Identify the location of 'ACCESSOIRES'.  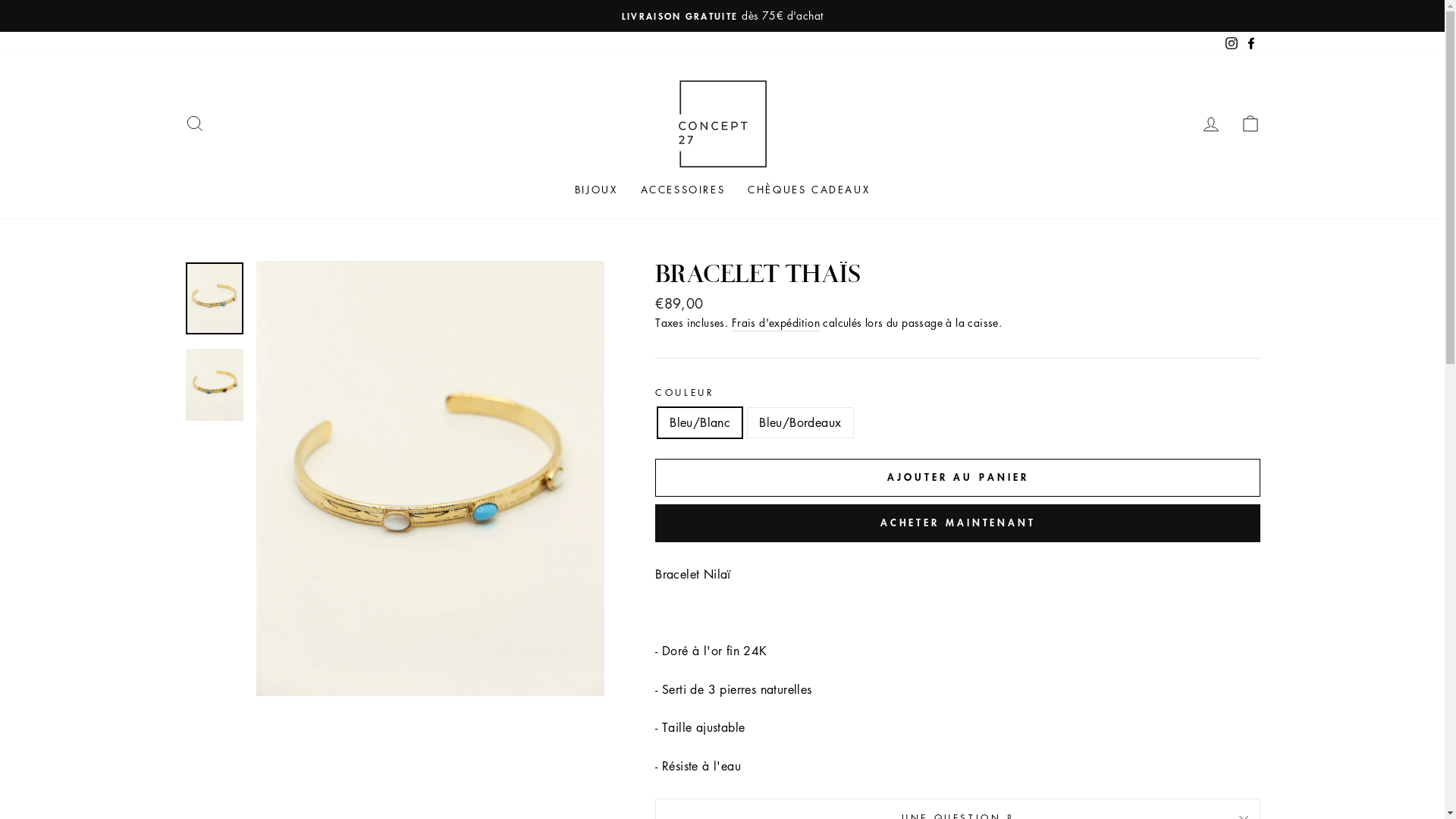
(682, 189).